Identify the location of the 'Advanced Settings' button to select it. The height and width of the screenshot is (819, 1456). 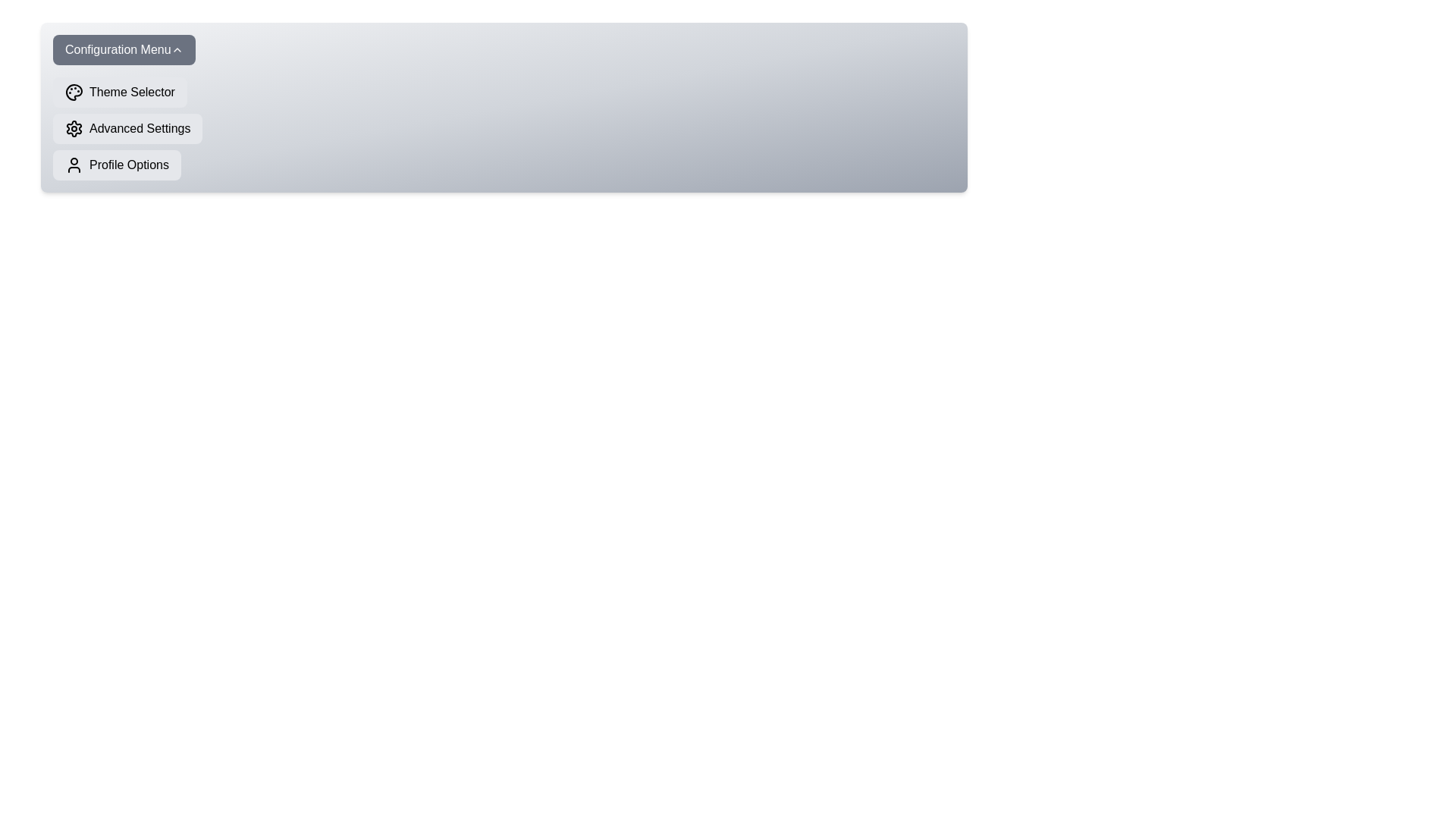
(127, 127).